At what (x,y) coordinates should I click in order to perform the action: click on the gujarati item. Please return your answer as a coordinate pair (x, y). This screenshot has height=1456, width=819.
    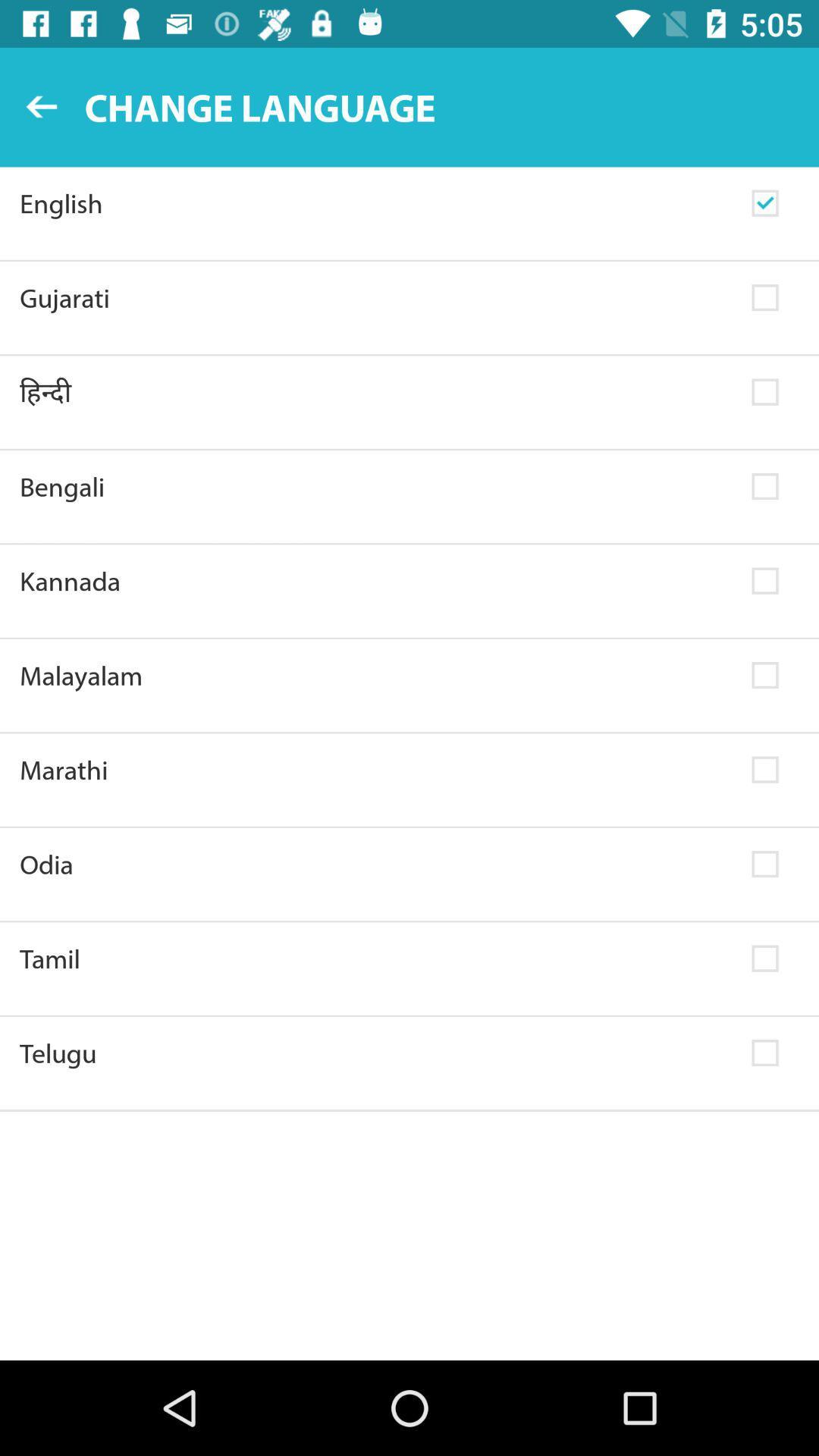
    Looking at the image, I should click on (375, 298).